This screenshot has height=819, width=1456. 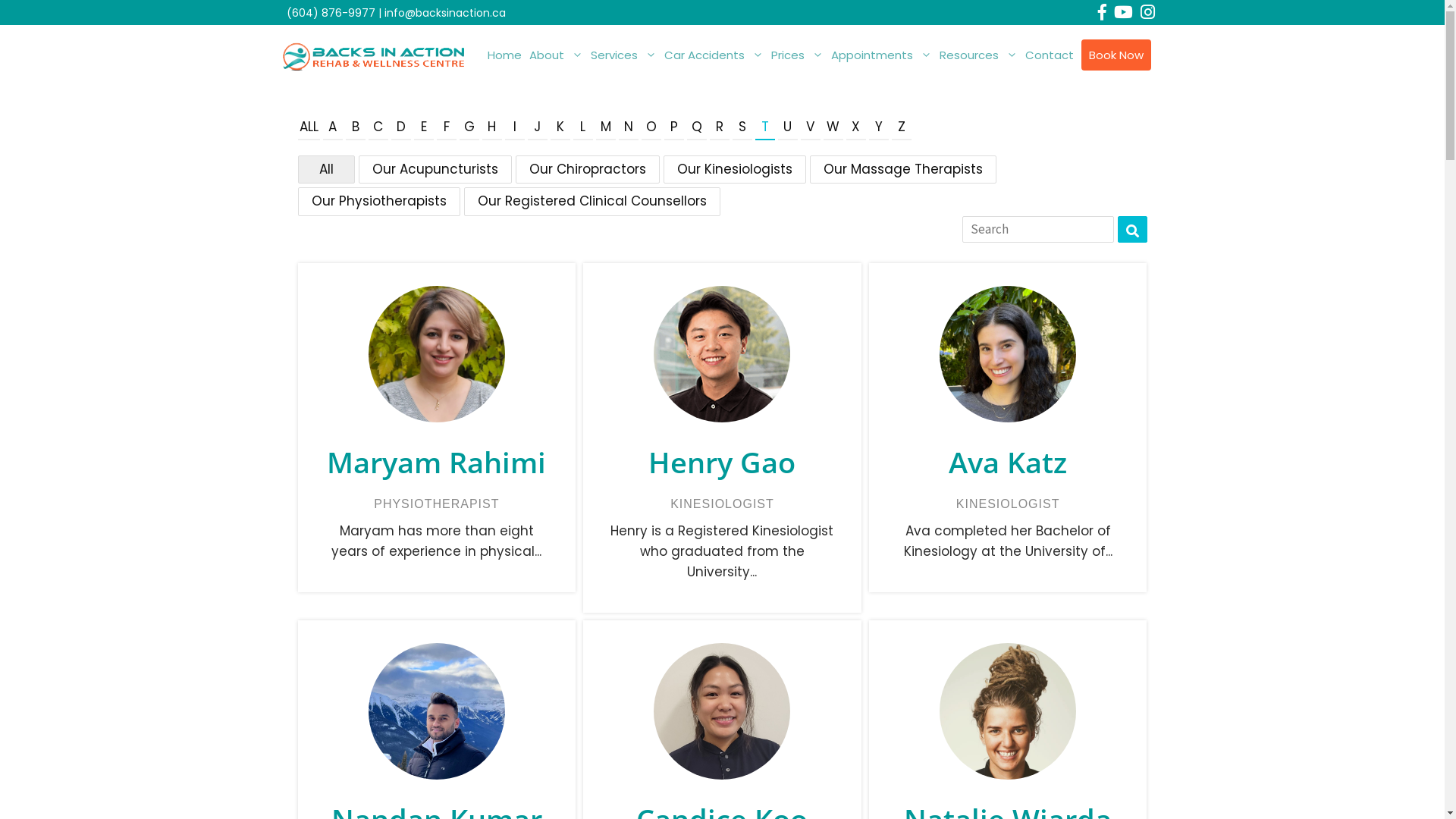 What do you see at coordinates (641, 127) in the screenshot?
I see `'O'` at bounding box center [641, 127].